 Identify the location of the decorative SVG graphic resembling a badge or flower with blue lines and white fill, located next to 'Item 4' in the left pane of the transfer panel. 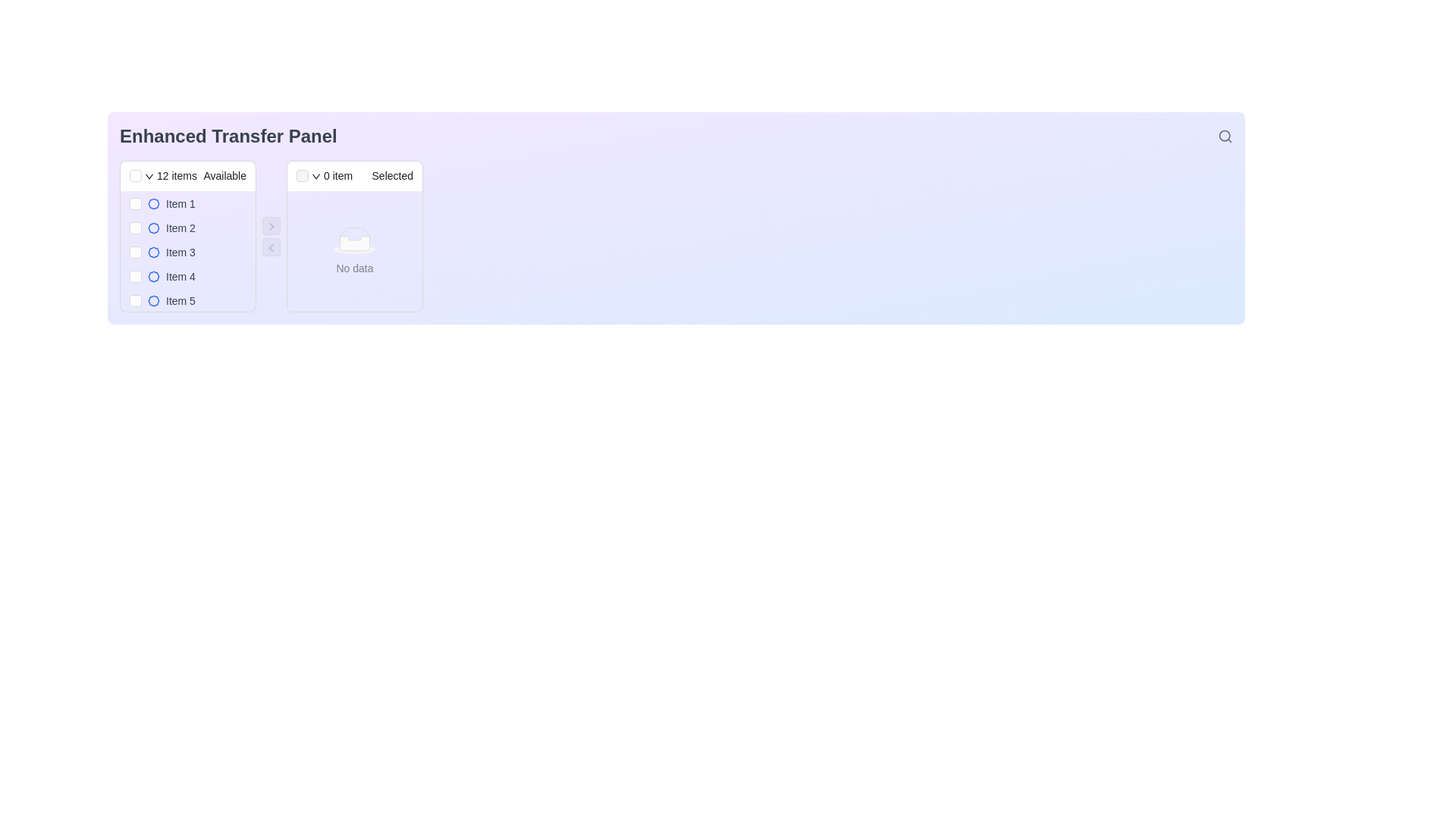
(153, 277).